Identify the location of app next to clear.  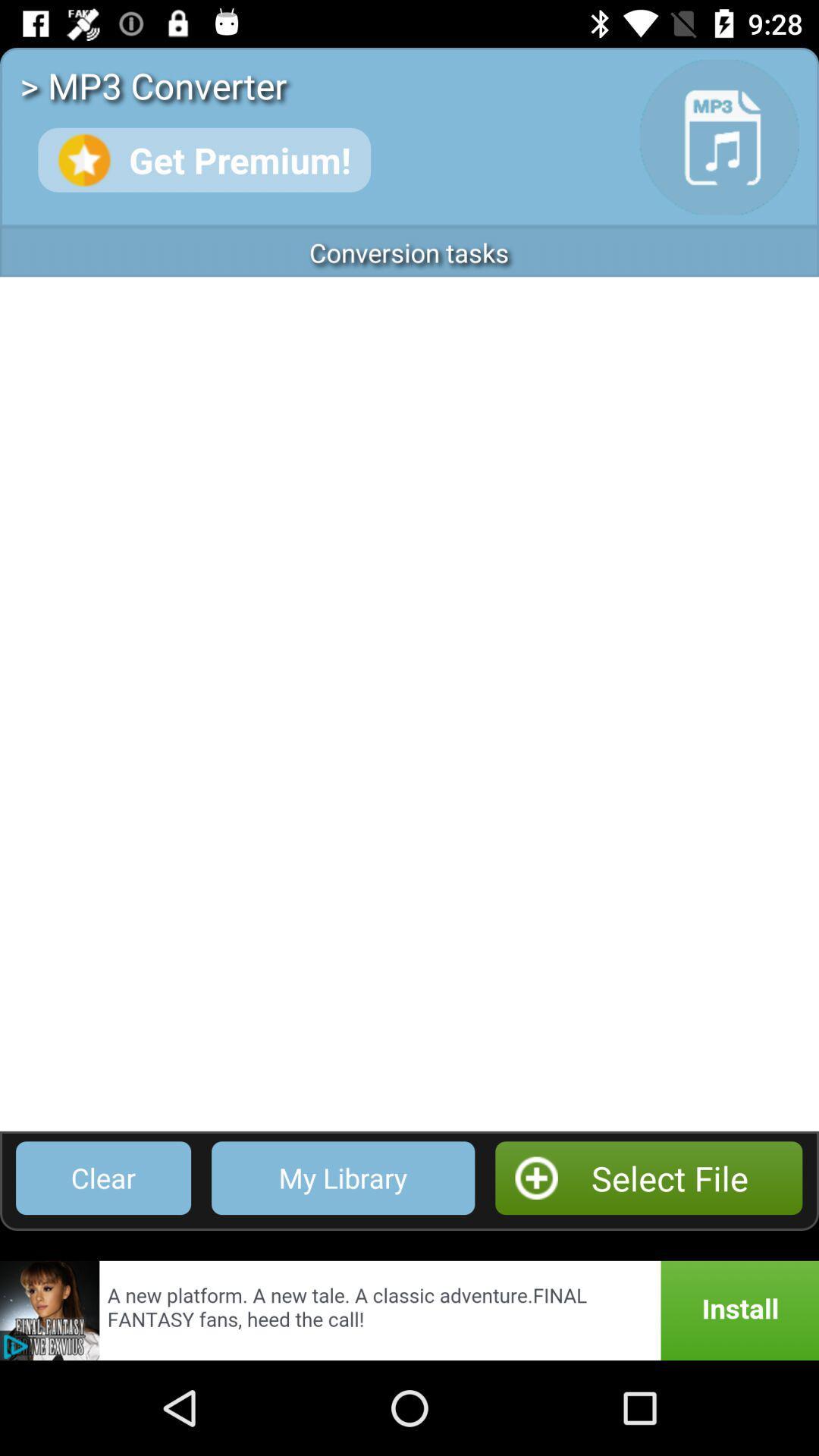
(343, 1177).